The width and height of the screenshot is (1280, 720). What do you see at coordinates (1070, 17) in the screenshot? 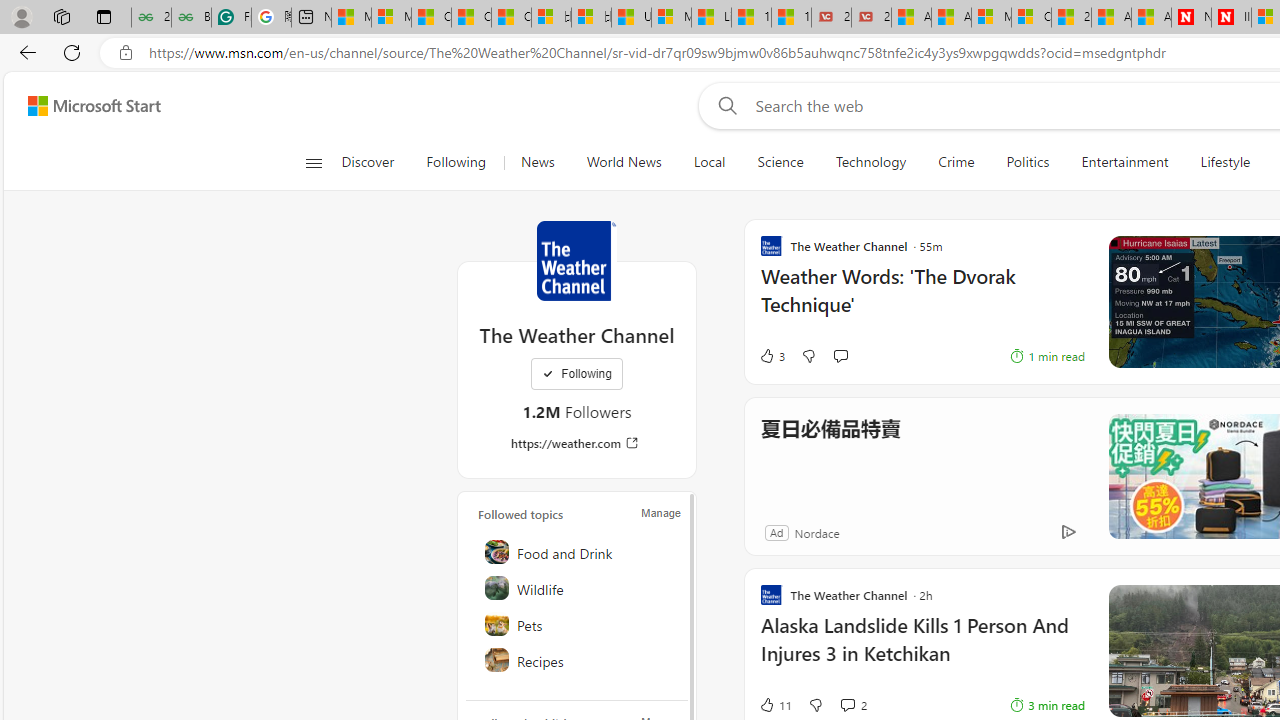
I see `'20 Ways to Boost Your Protein Intake at Every Meal'` at bounding box center [1070, 17].